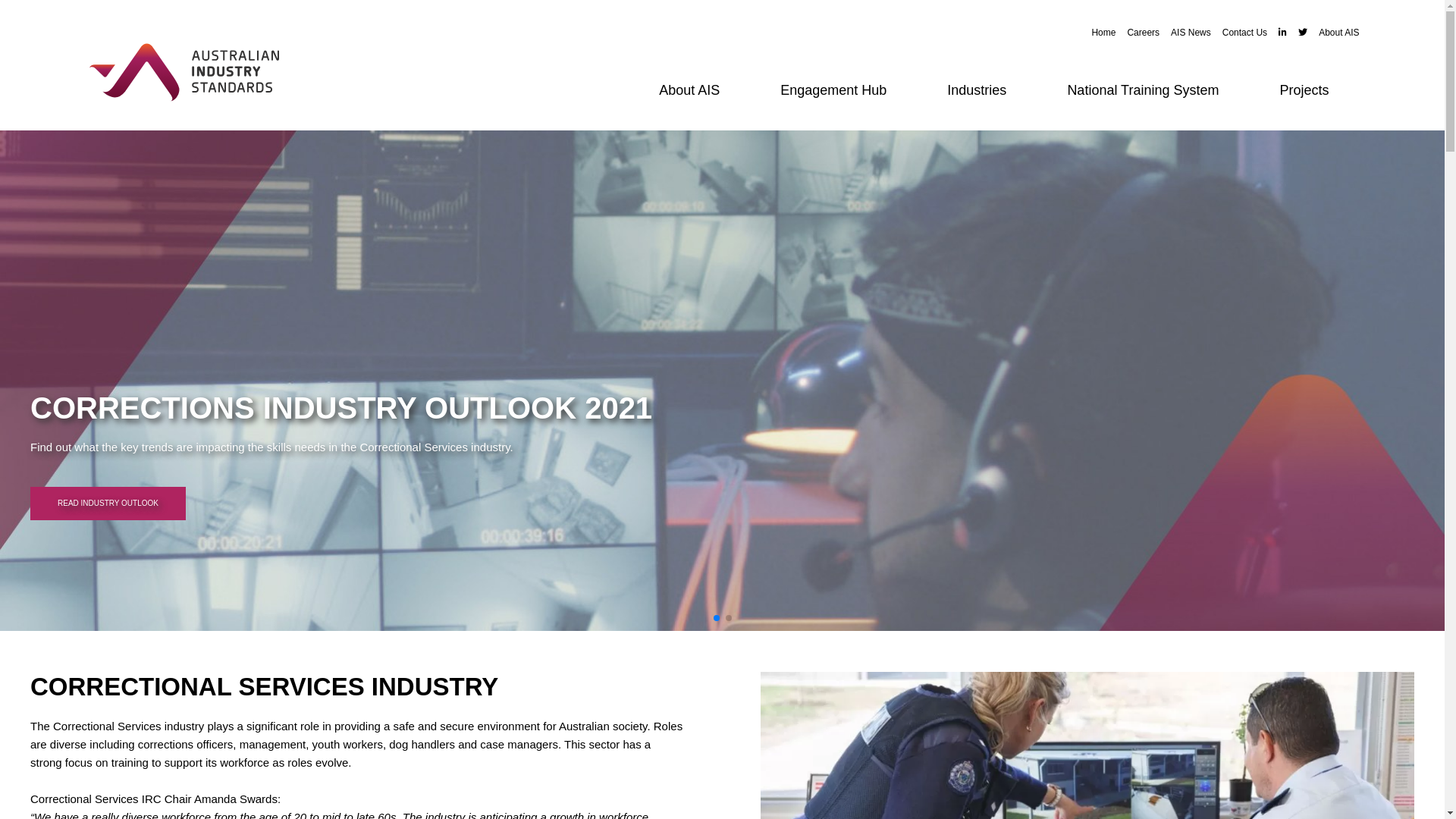 This screenshot has width=1456, height=819. What do you see at coordinates (1248, 90) in the screenshot?
I see `'Projects'` at bounding box center [1248, 90].